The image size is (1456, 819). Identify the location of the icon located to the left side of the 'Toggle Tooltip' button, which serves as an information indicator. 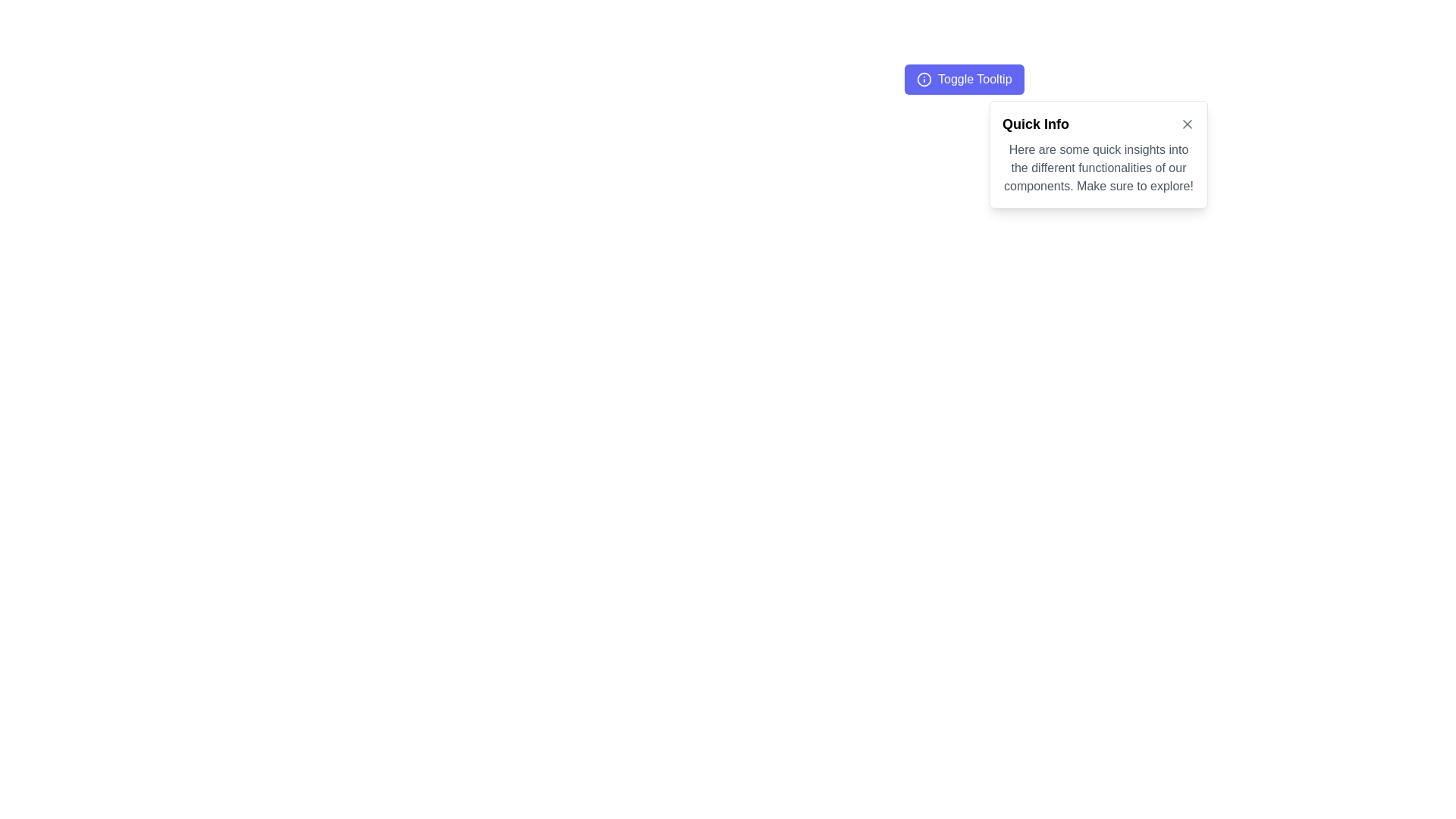
(924, 79).